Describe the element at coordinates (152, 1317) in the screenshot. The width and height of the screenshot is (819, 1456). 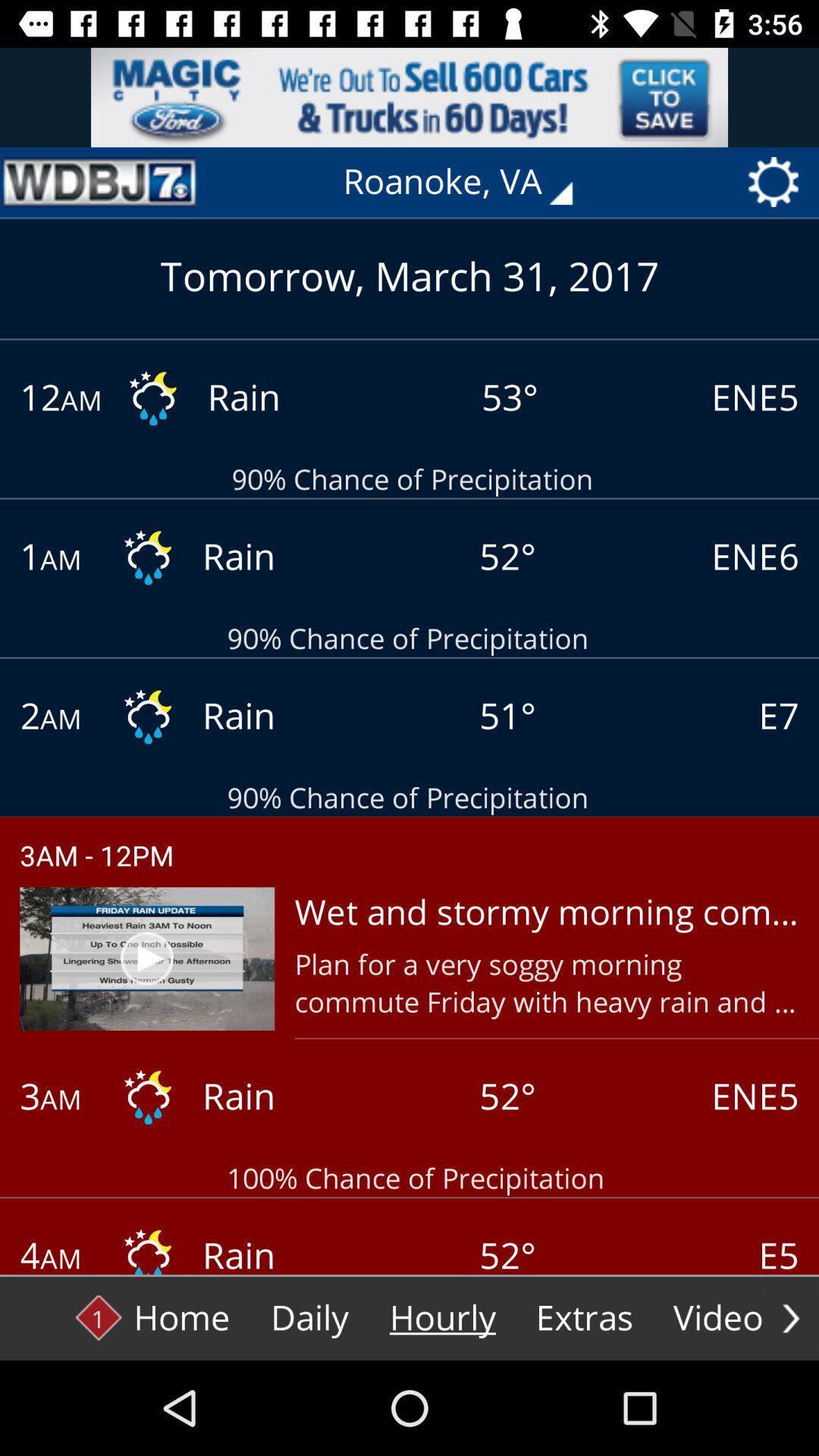
I see `home button` at that location.